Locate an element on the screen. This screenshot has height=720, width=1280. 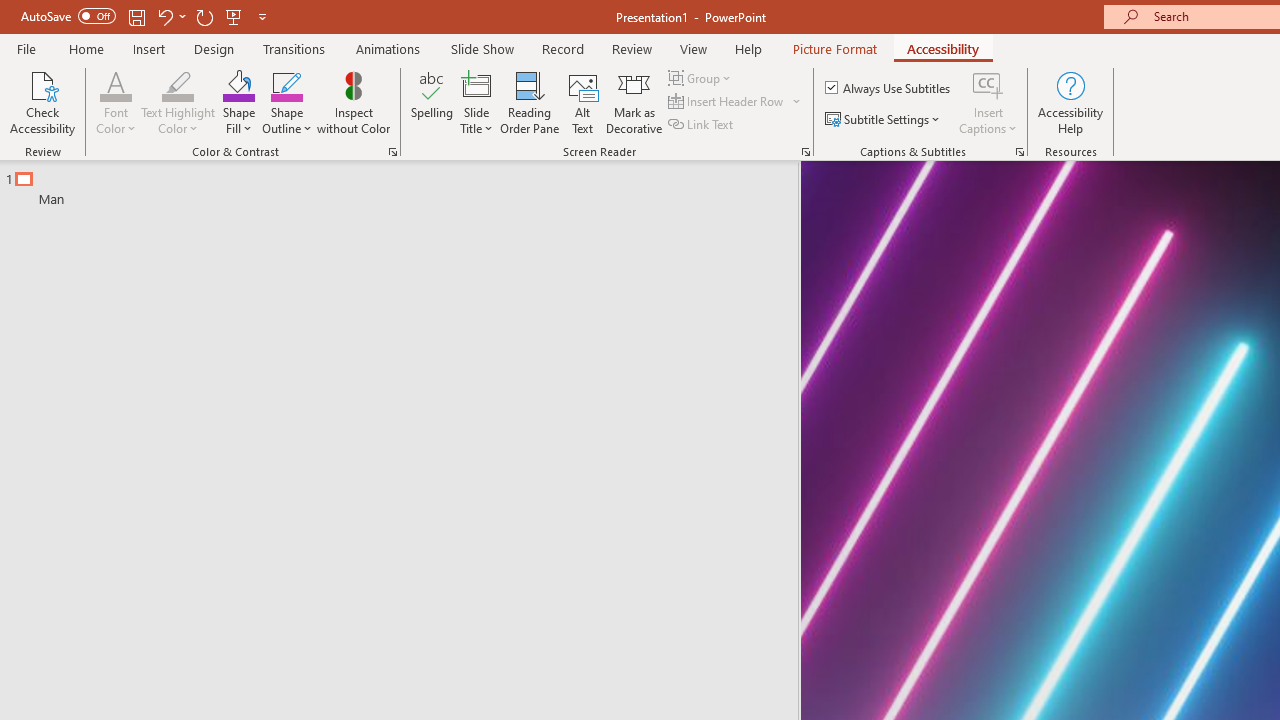
'Captions & Subtitles' is located at coordinates (1020, 150).